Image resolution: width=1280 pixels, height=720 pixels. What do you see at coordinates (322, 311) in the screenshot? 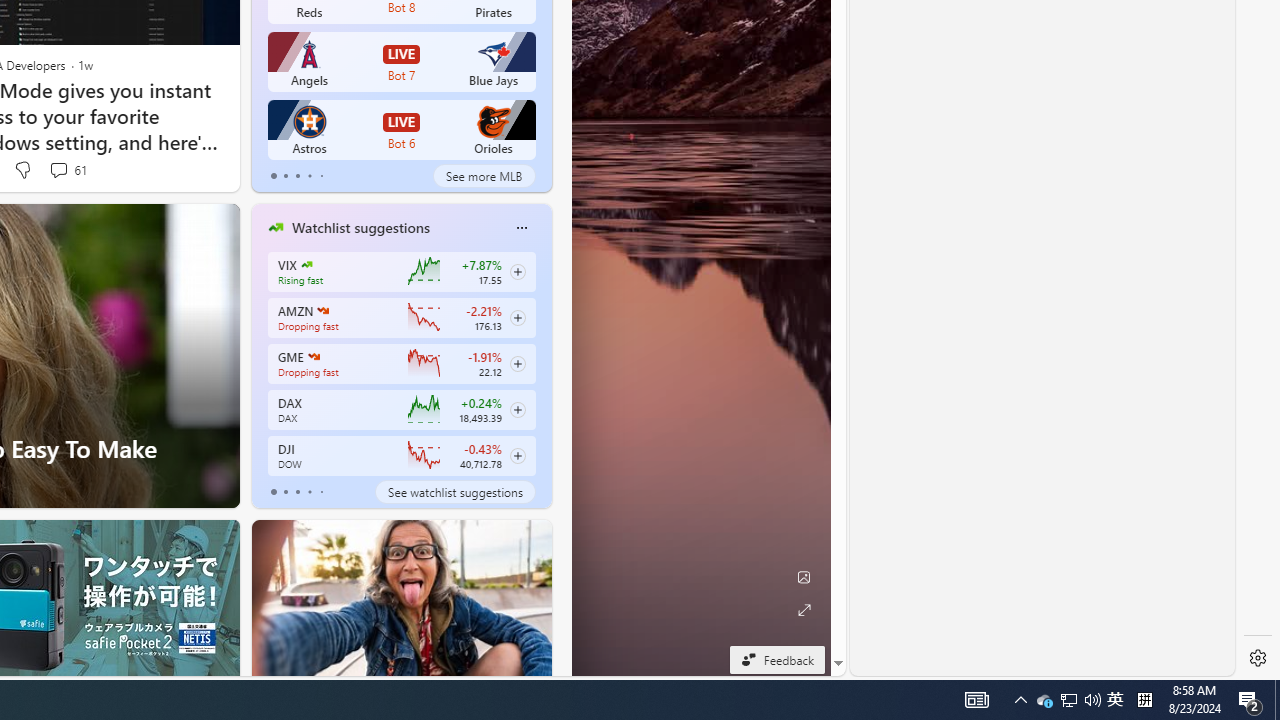
I see `'AMAZON.COM, INC.'` at bounding box center [322, 311].